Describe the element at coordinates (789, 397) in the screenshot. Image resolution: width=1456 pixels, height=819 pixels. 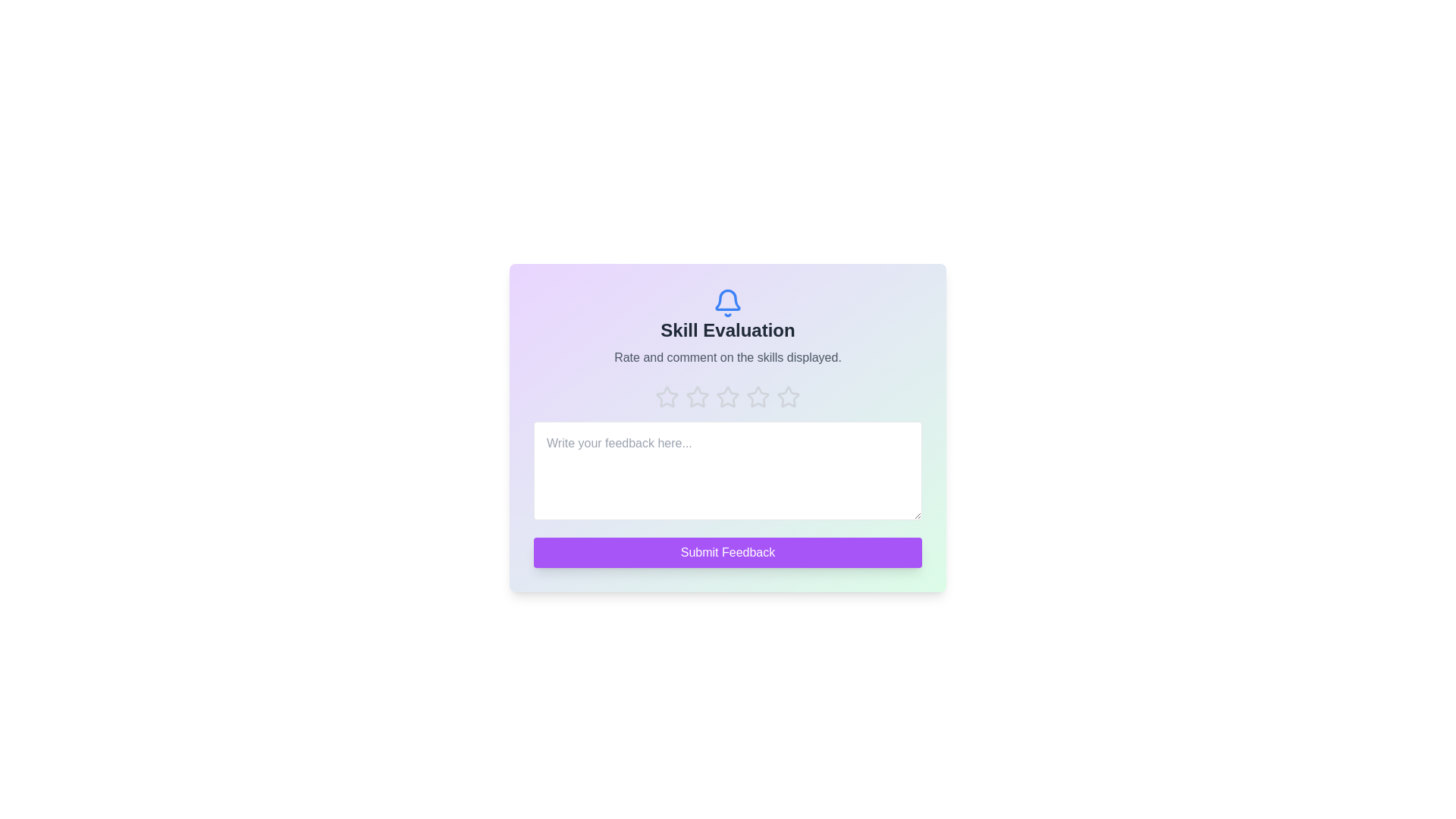
I see `the star corresponding to the rating 5` at that location.